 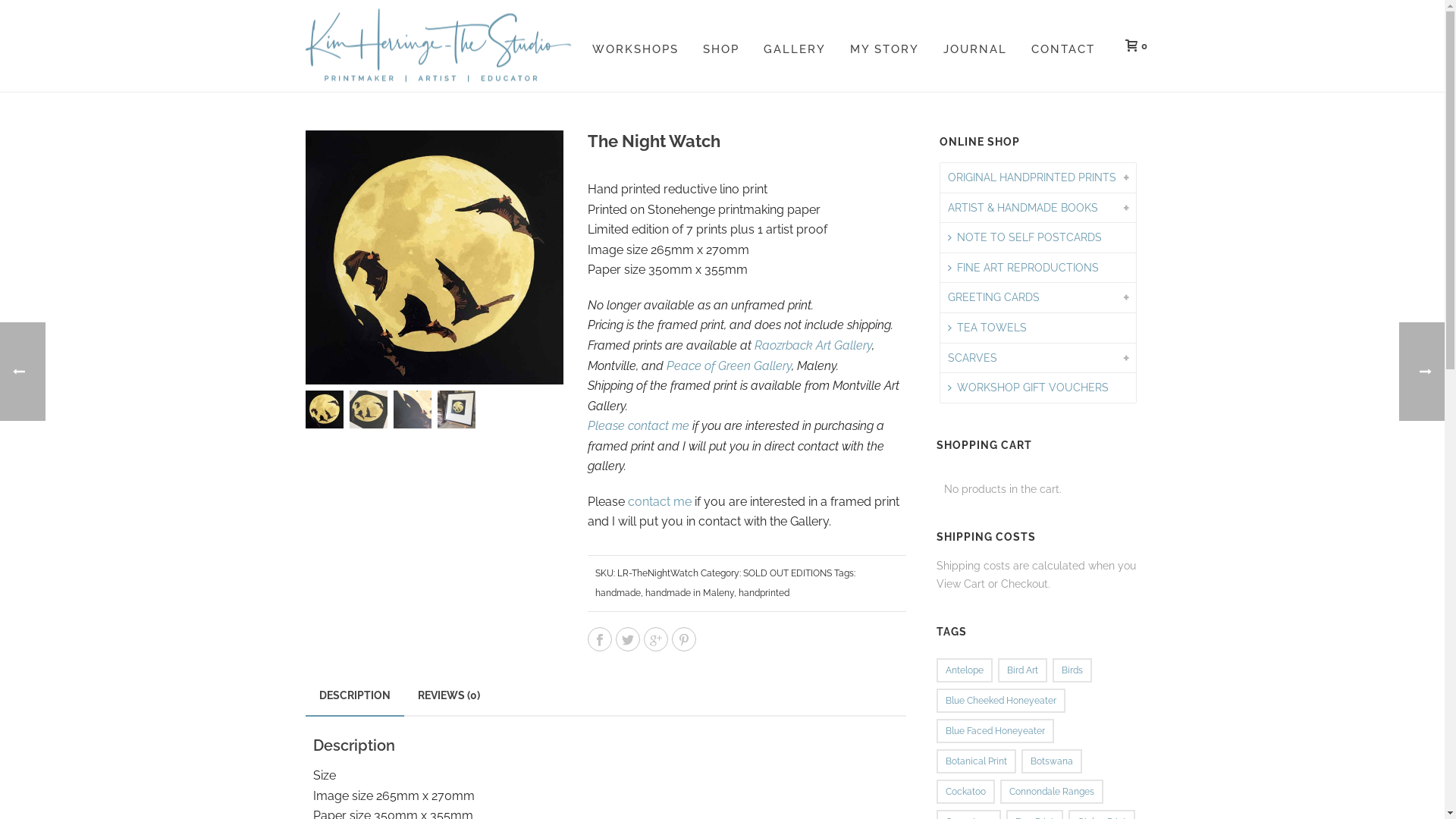 What do you see at coordinates (935, 701) in the screenshot?
I see `'Blue Cheeked Honeyeater'` at bounding box center [935, 701].